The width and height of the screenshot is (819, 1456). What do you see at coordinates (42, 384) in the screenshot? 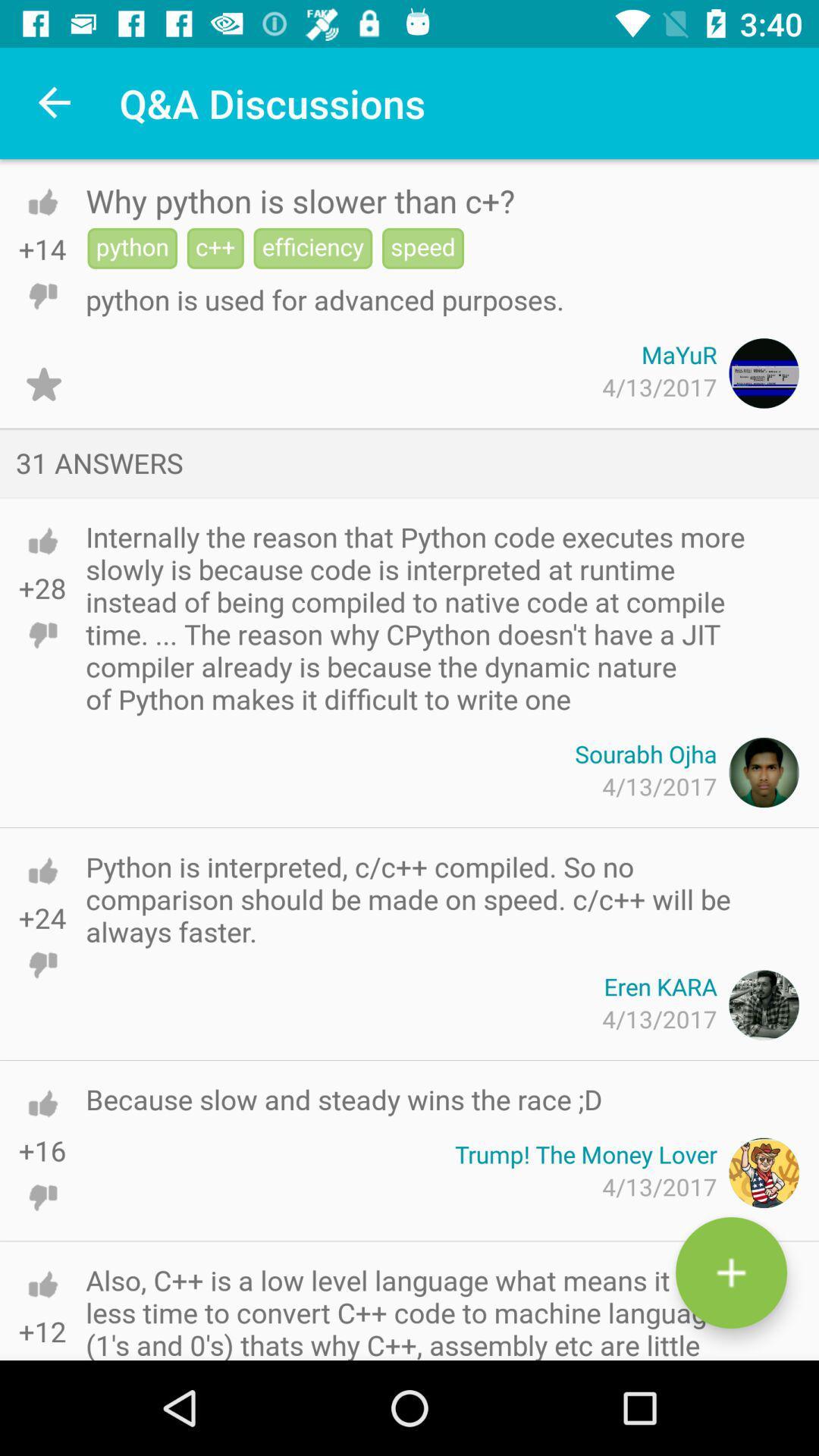
I see `icon above 31 answers item` at bounding box center [42, 384].